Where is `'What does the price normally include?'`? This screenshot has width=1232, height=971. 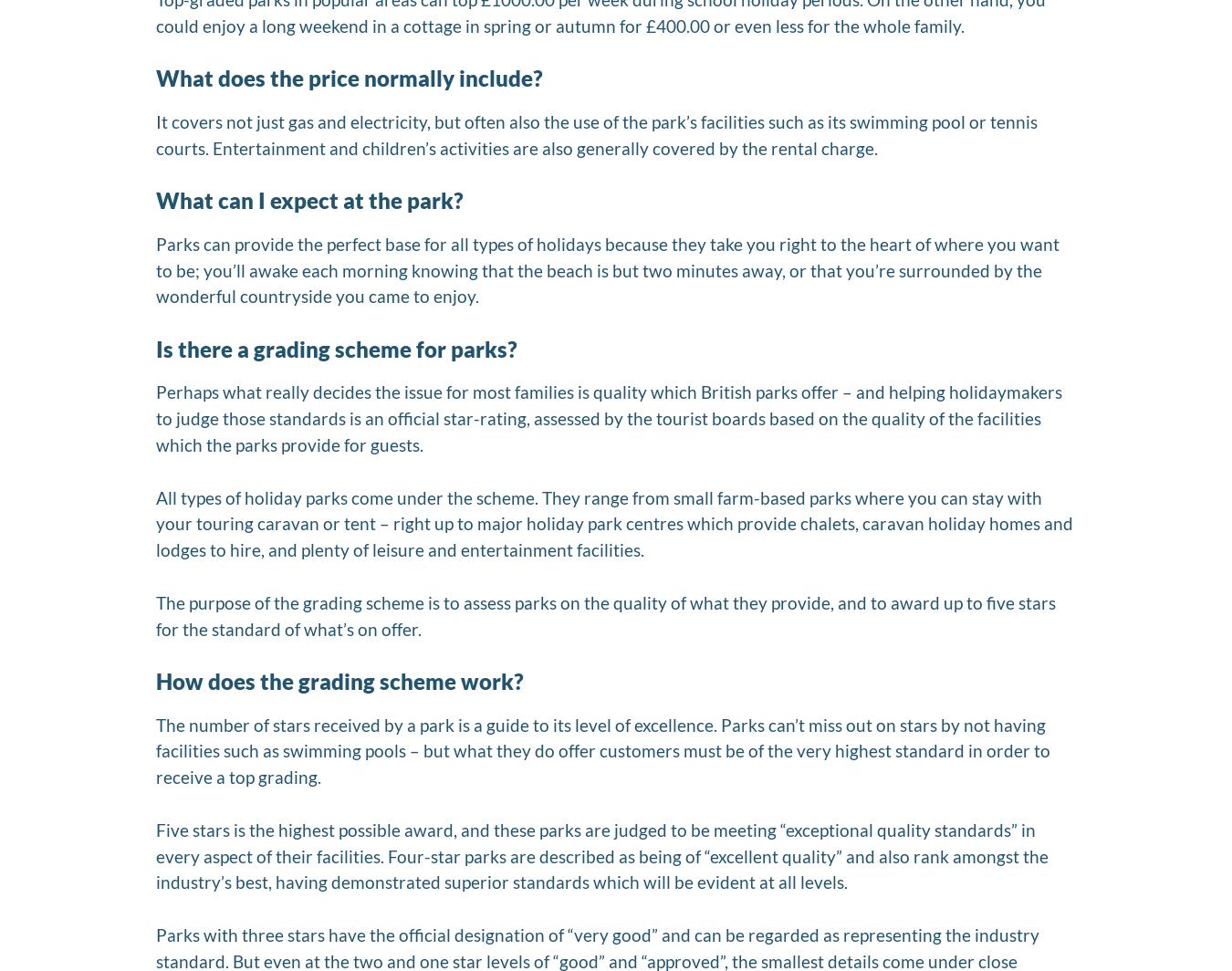 'What does the price normally include?' is located at coordinates (349, 78).